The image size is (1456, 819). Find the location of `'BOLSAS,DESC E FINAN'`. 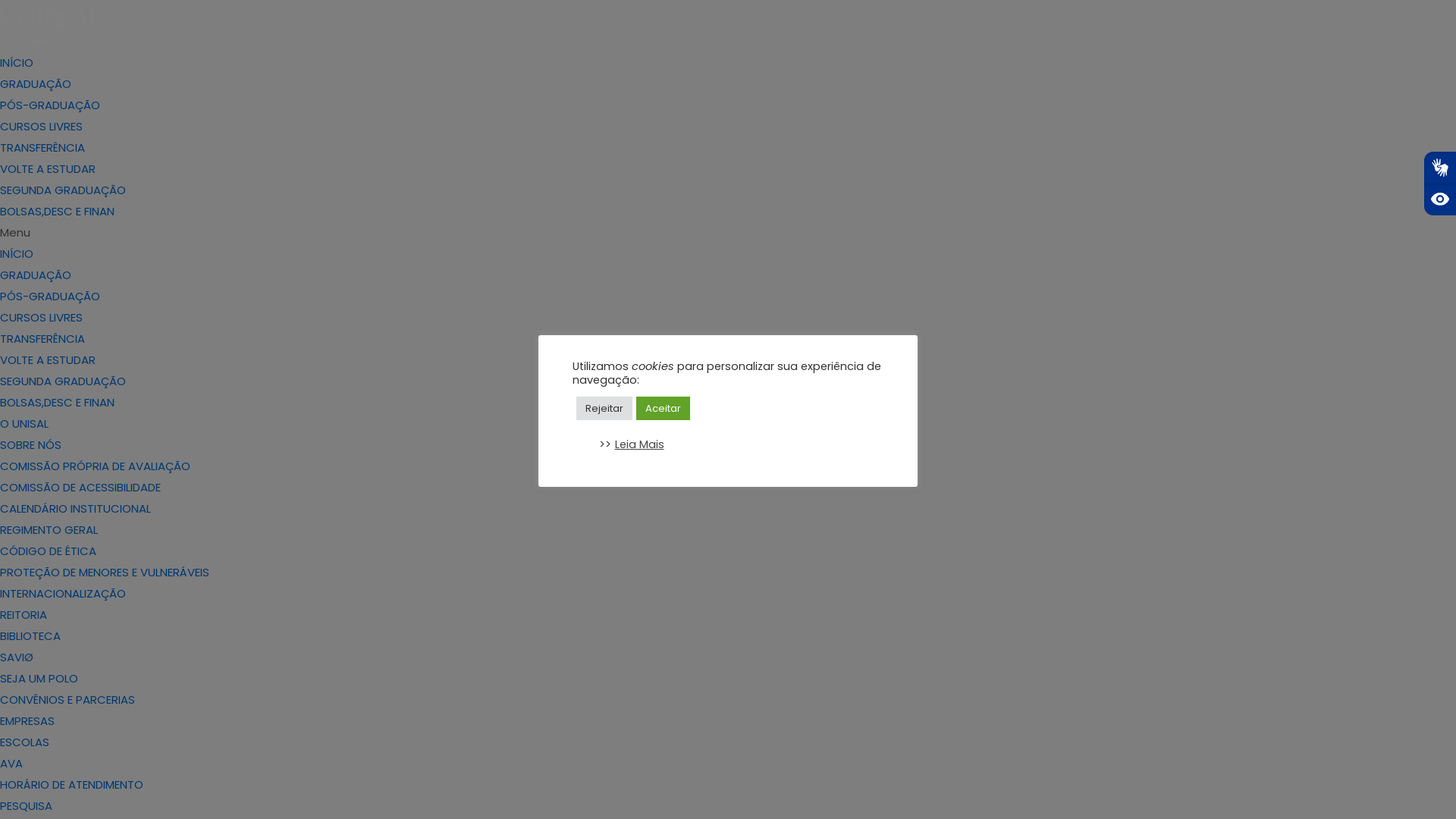

'BOLSAS,DESC E FINAN' is located at coordinates (57, 401).